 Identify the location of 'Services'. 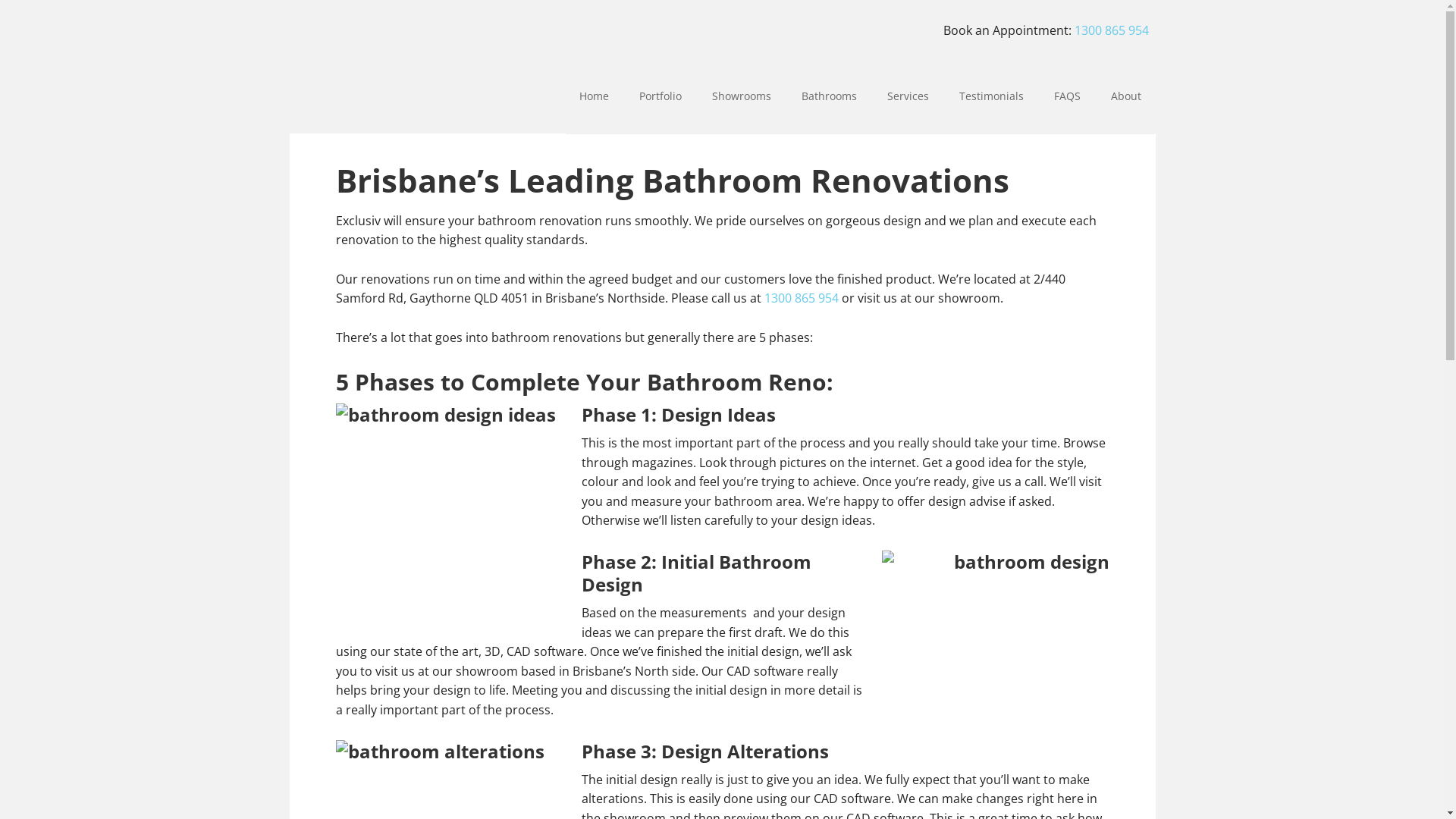
(908, 96).